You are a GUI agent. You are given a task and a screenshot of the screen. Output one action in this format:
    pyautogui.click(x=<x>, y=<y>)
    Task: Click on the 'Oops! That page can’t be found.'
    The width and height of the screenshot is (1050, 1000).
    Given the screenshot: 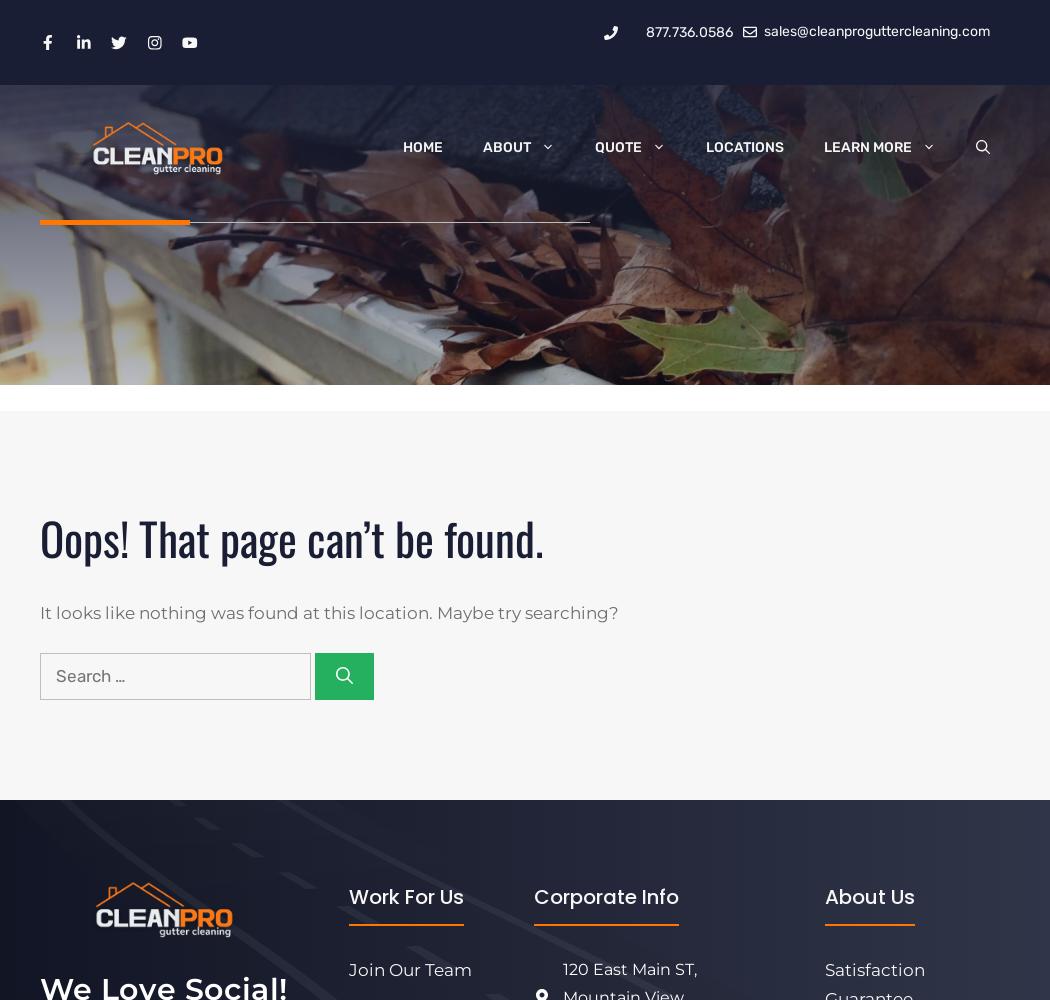 What is the action you would take?
    pyautogui.click(x=39, y=536)
    